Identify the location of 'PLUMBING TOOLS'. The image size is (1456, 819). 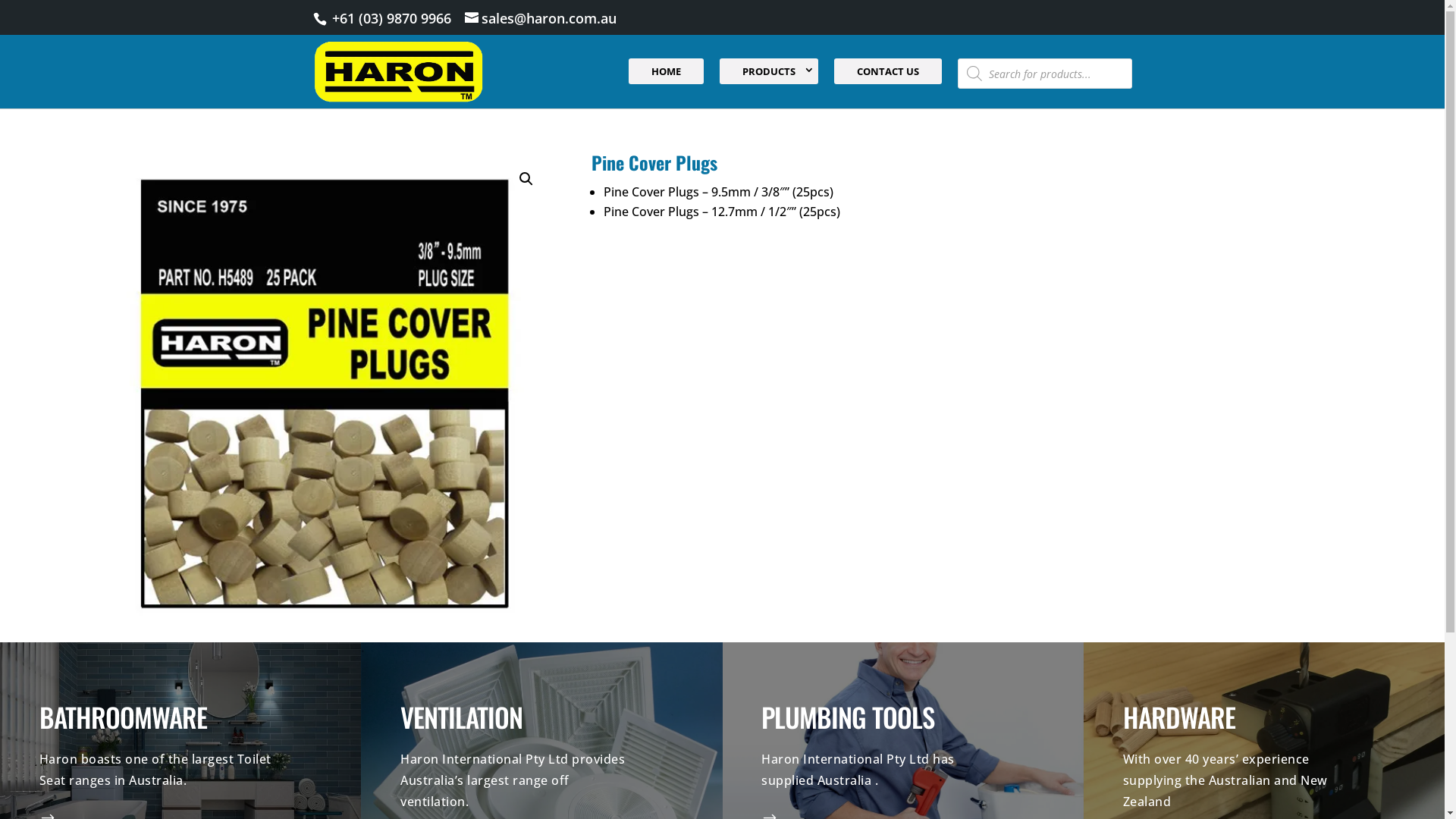
(847, 717).